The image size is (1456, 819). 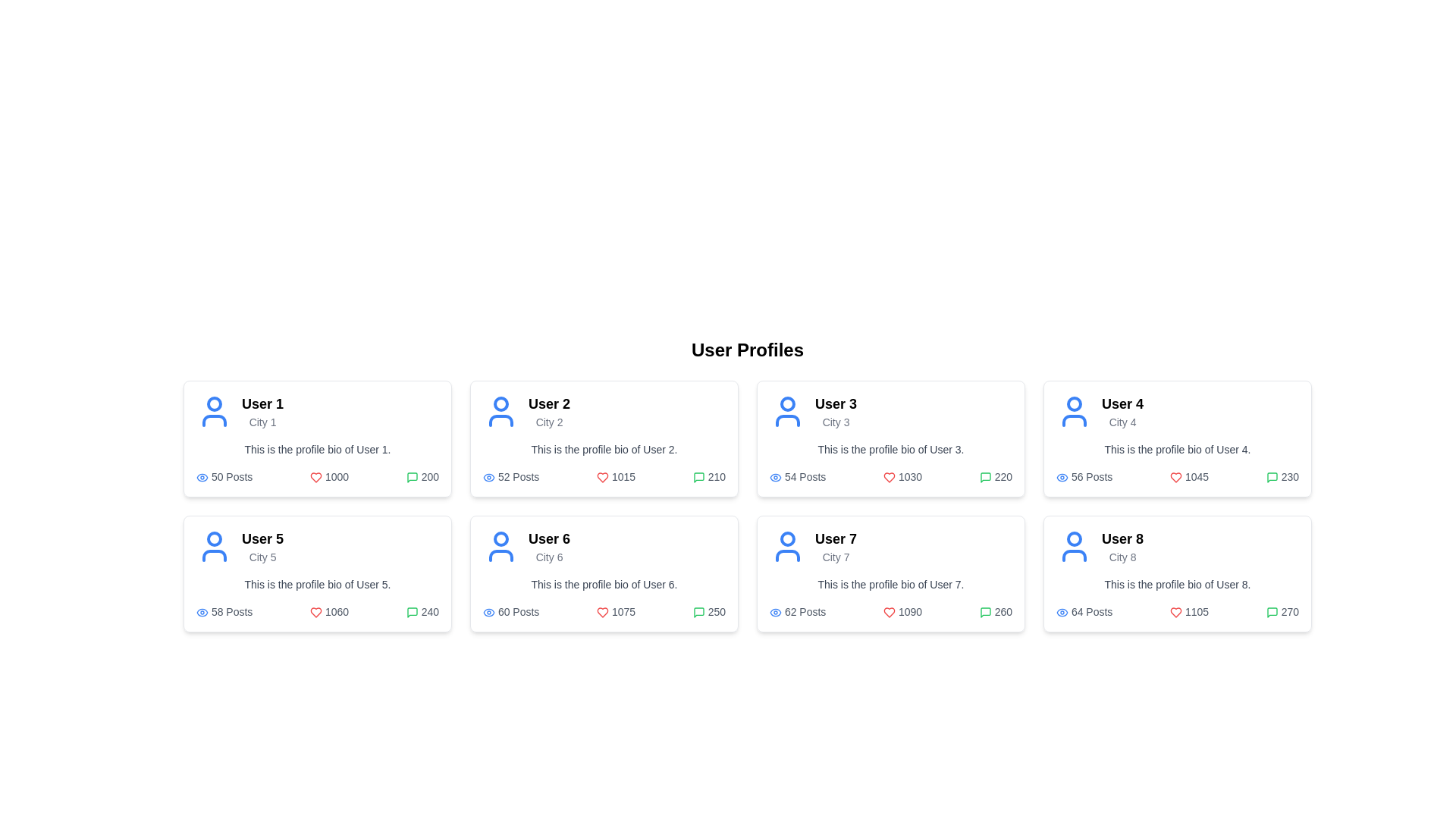 What do you see at coordinates (797, 610) in the screenshot?
I see `the text element displaying the number of posts ('62') made by the user, located in the 'User 7' section, below the profile picture and bio, to the left of the heart icon` at bounding box center [797, 610].